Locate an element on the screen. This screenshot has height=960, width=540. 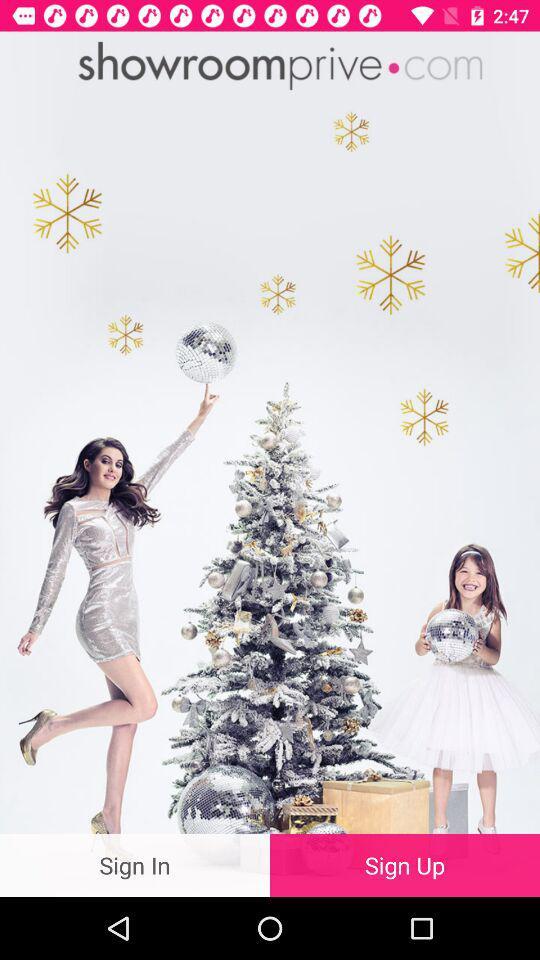
sign in is located at coordinates (135, 864).